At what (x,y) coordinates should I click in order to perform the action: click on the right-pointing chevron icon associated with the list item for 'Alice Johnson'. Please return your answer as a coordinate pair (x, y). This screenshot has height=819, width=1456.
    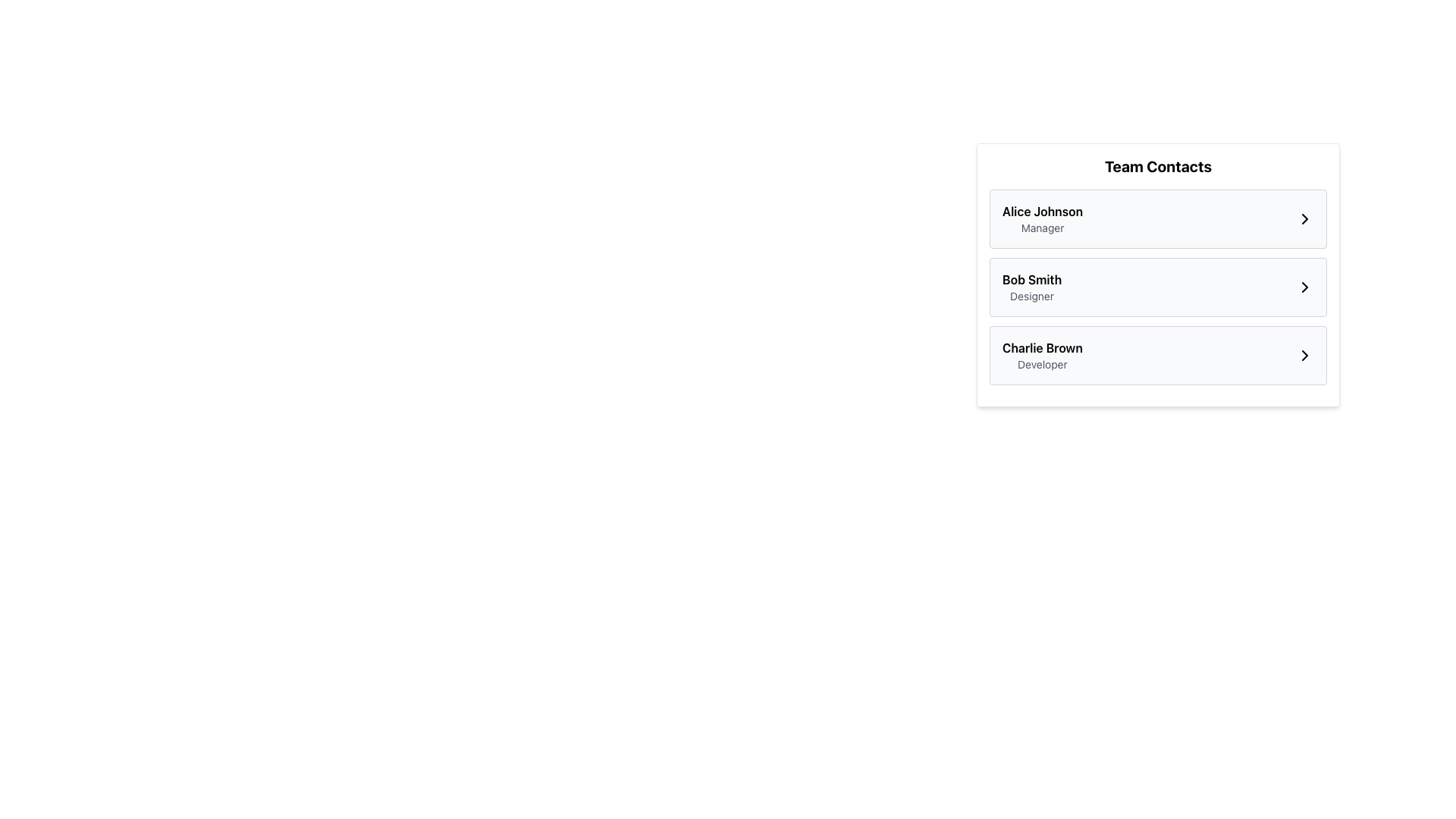
    Looking at the image, I should click on (1304, 219).